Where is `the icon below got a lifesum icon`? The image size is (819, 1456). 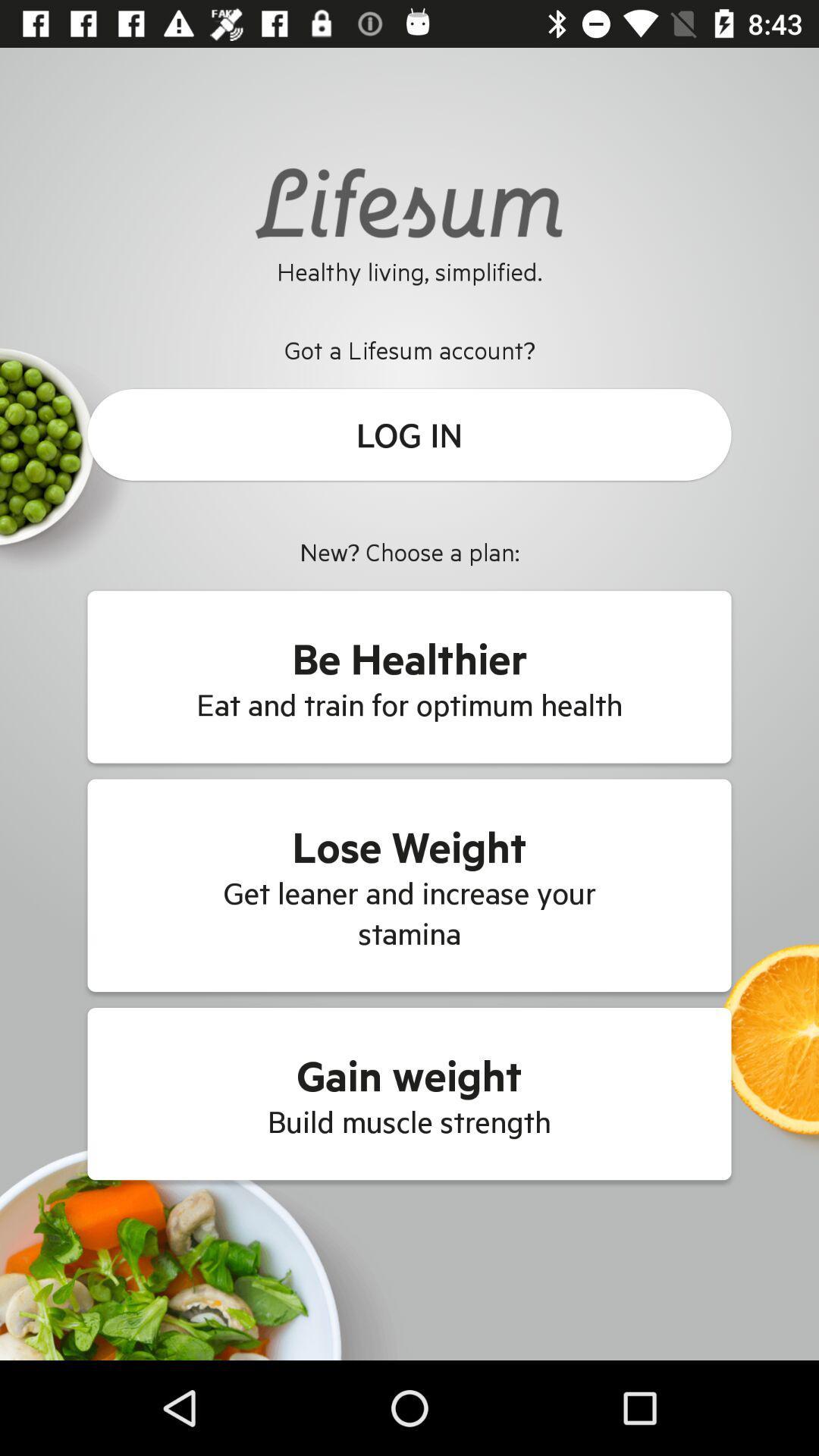 the icon below got a lifesum icon is located at coordinates (409, 434).